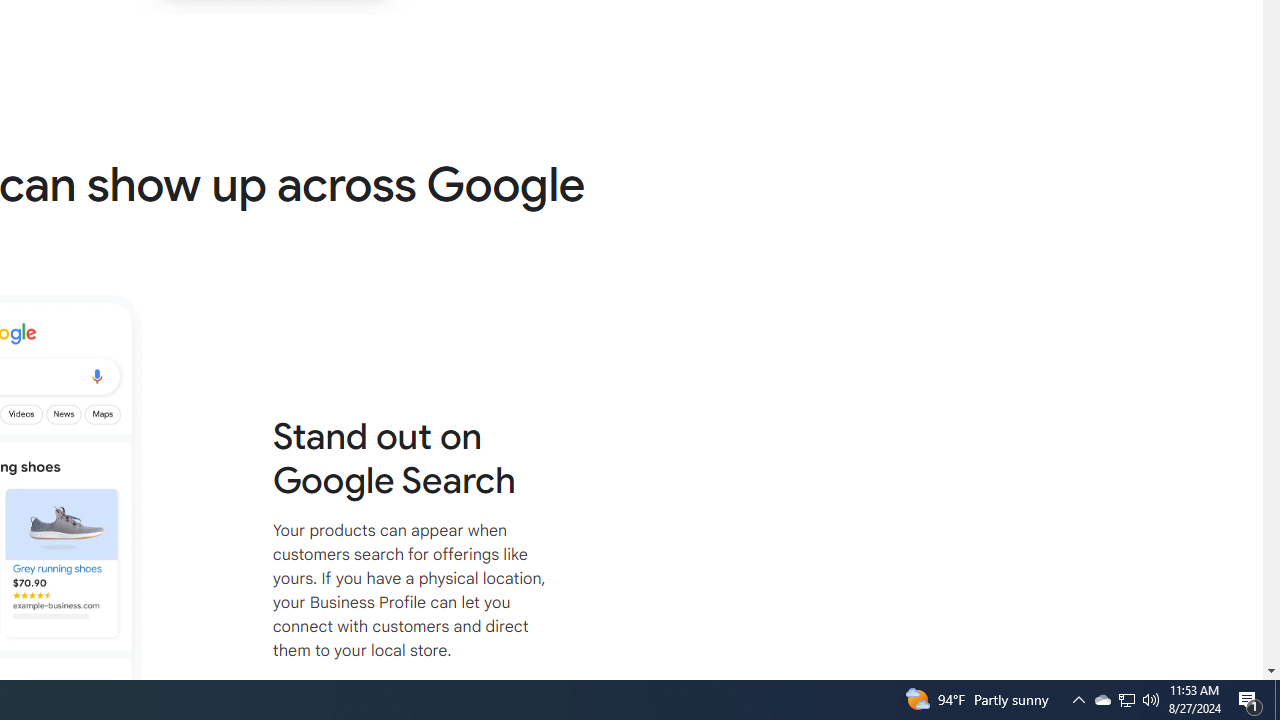 Image resolution: width=1280 pixels, height=720 pixels. I want to click on 'User Promoted Notification Area', so click(1127, 698).